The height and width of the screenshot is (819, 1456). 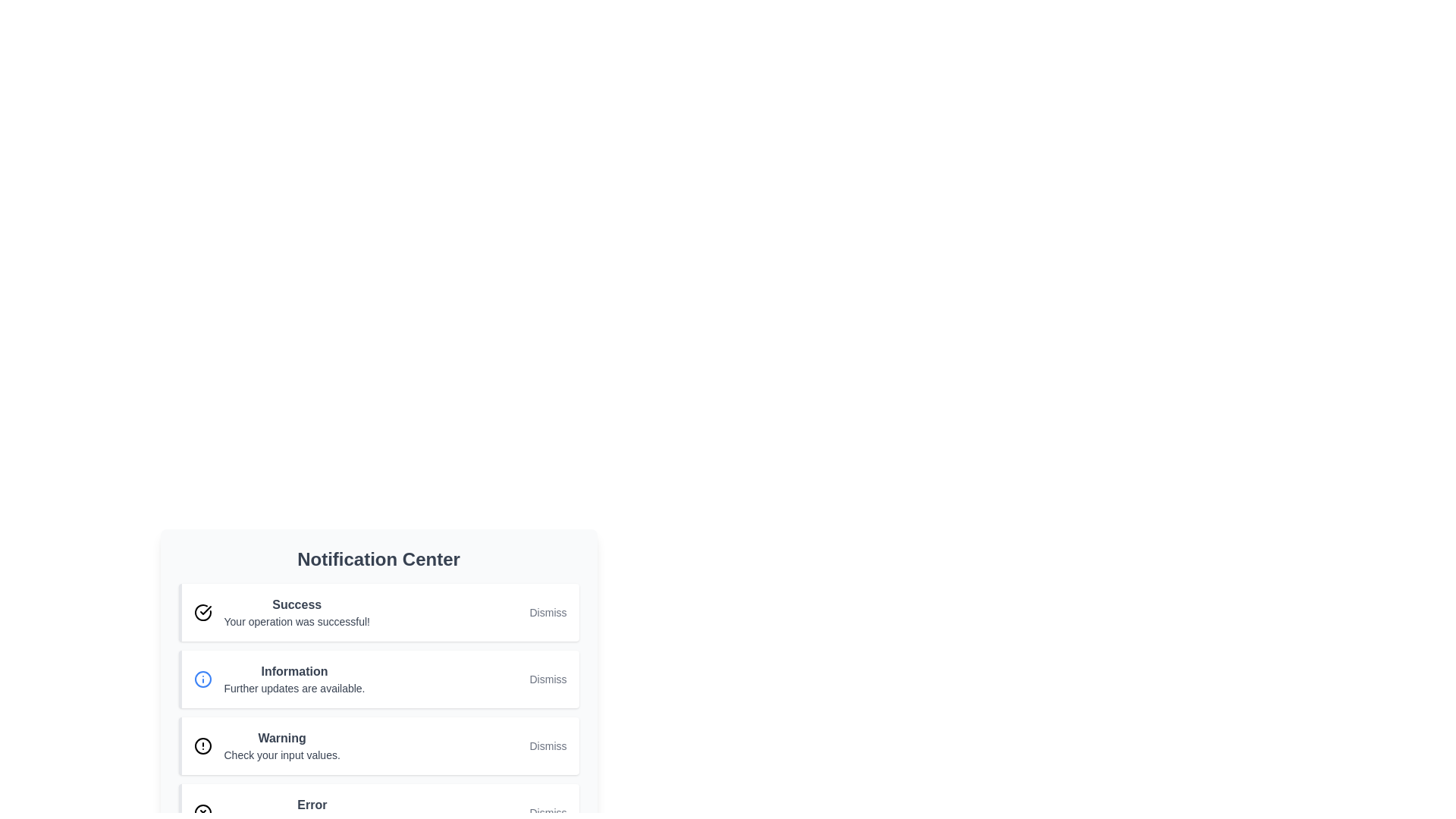 I want to click on the 'Dismiss' button styled in gray font on a white background, located at the far right of the warning notification message block, so click(x=548, y=745).